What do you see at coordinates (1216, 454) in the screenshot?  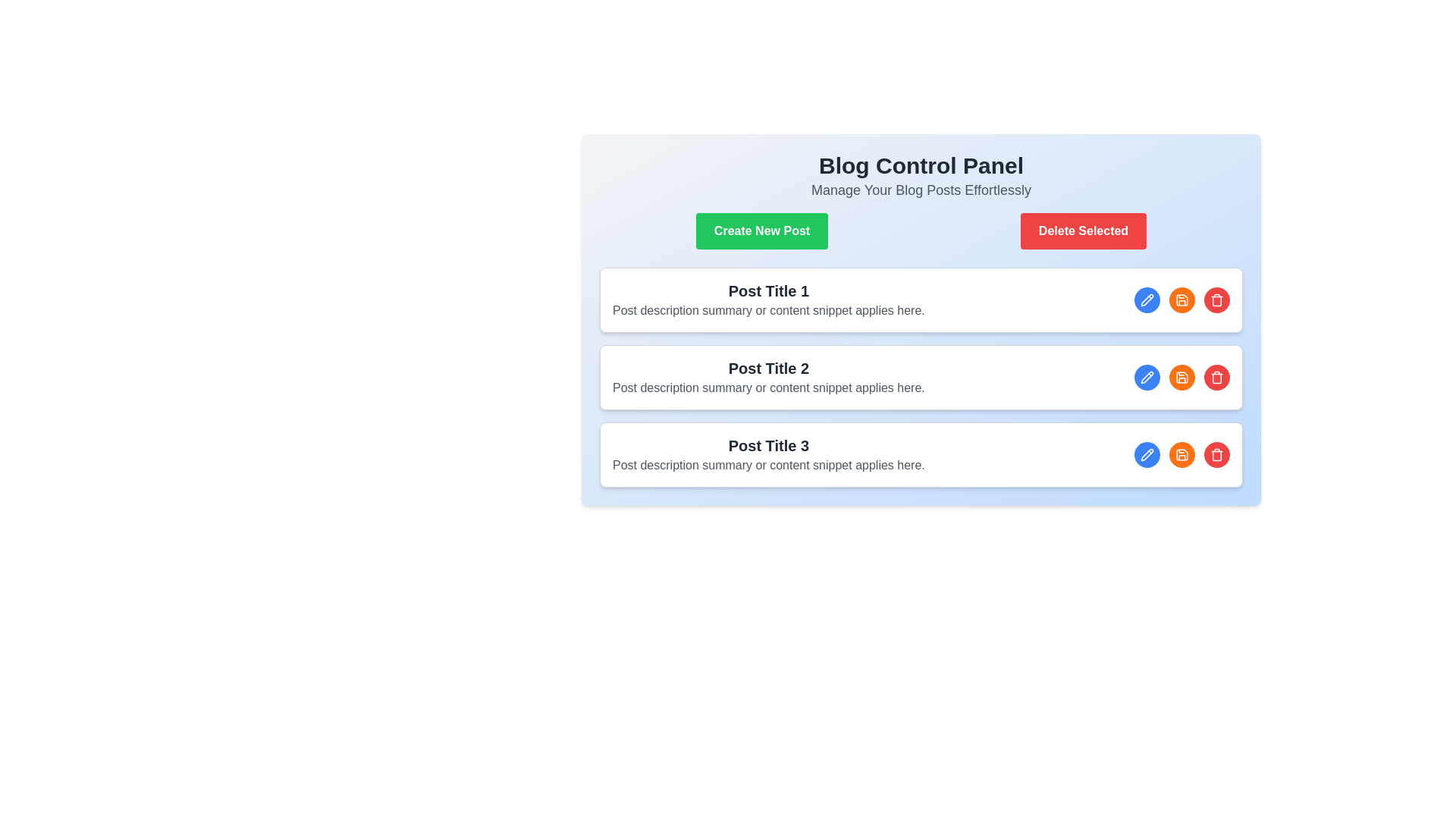 I see `the circular delete button, which is the rightmost button in the action group for the third blog post entry, to trigger visual feedback` at bounding box center [1216, 454].